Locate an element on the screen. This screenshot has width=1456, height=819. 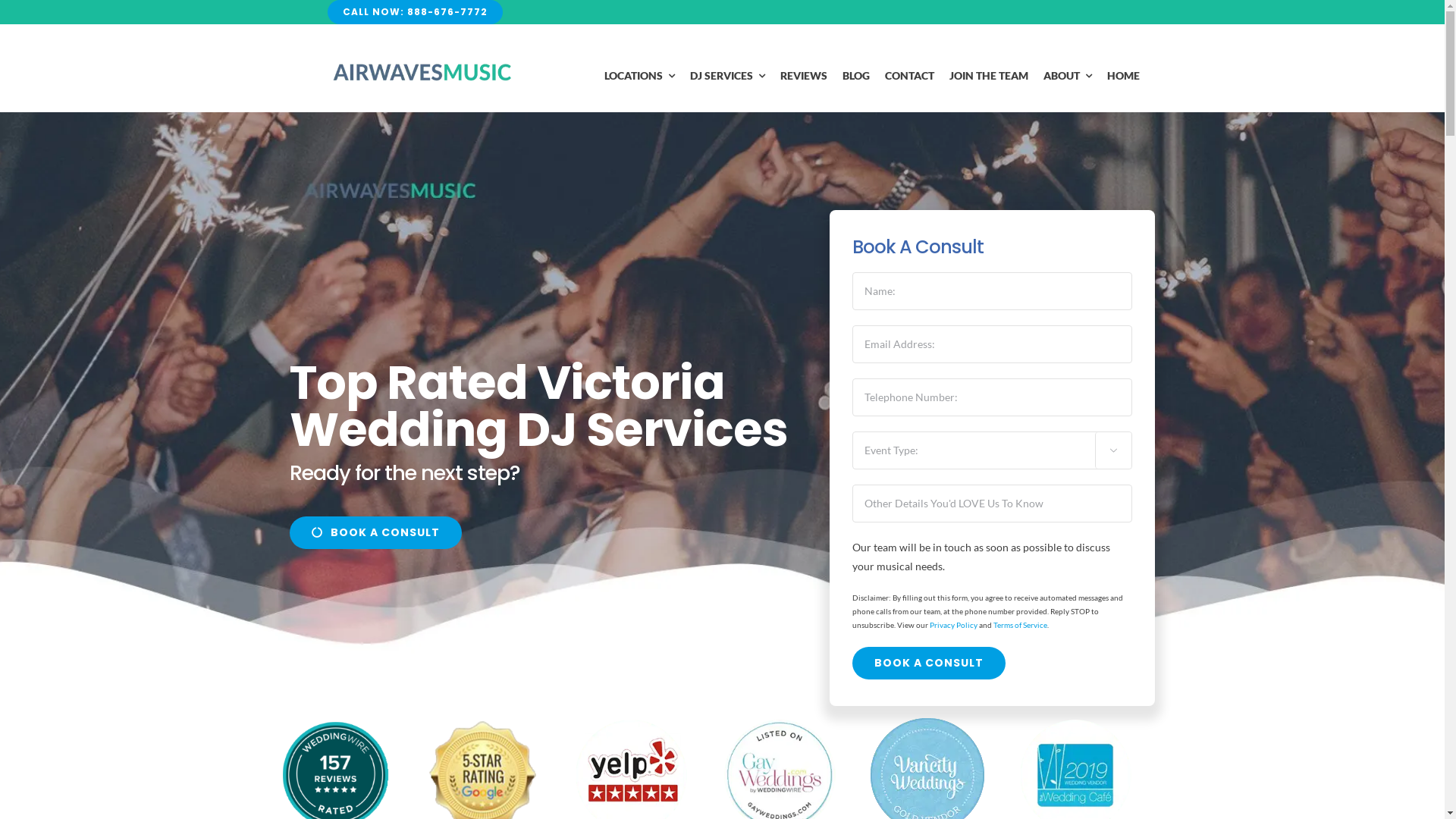
'CONTACT' is located at coordinates (909, 76).